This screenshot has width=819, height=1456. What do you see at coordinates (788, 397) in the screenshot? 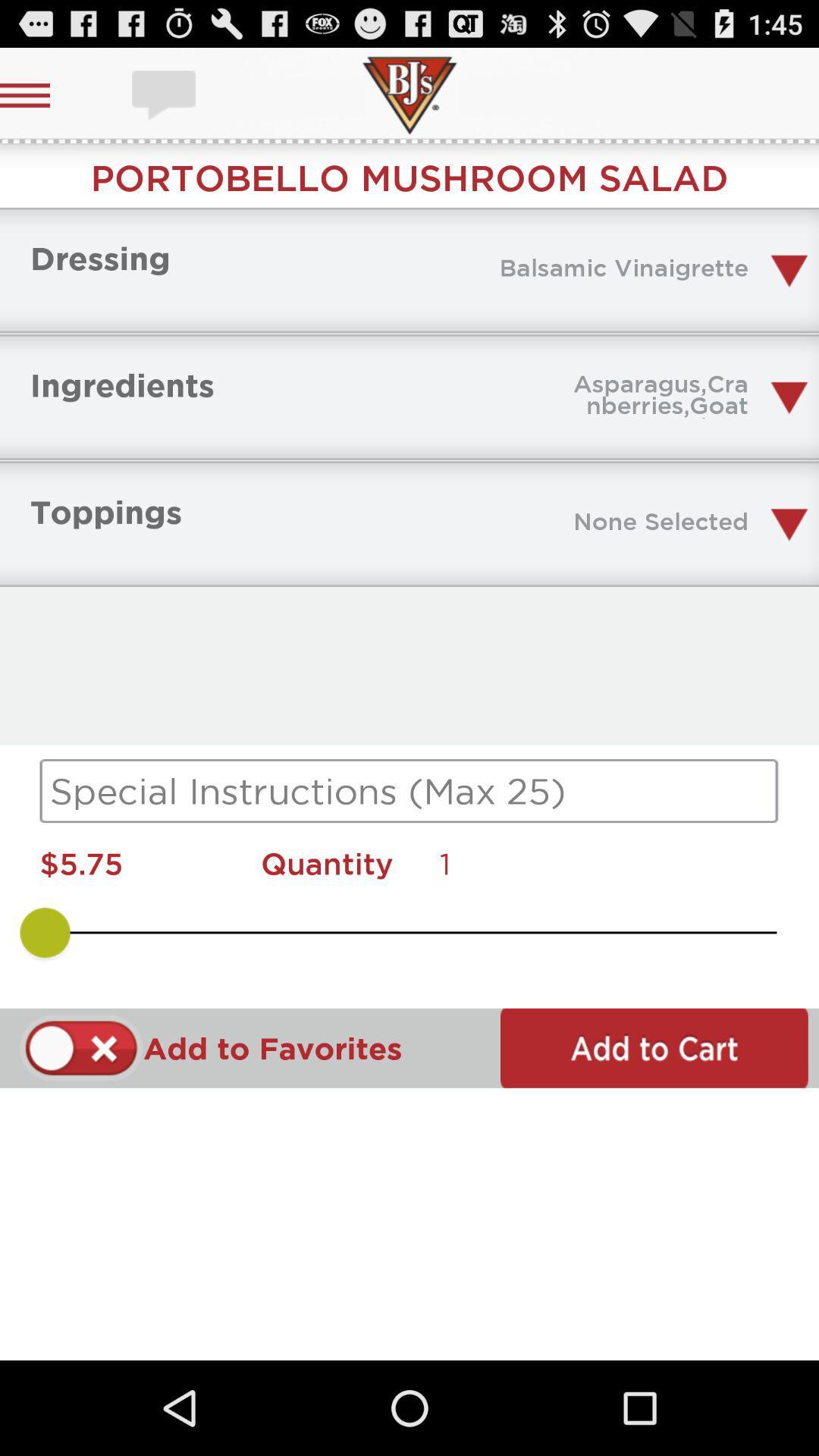
I see `the down arrow to the right of ingredients text` at bounding box center [788, 397].